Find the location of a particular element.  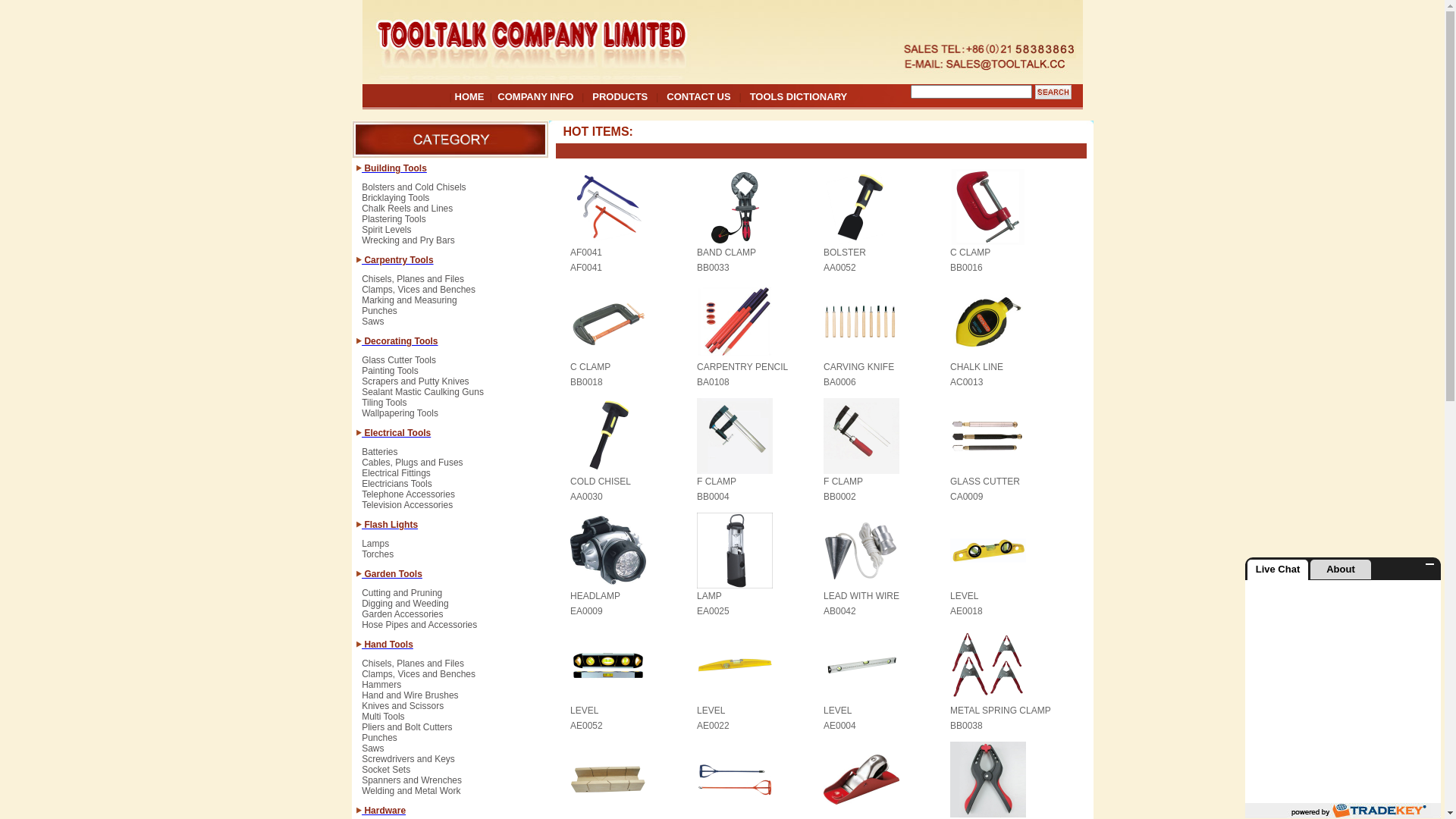

'Garden Accessories' is located at coordinates (402, 620).